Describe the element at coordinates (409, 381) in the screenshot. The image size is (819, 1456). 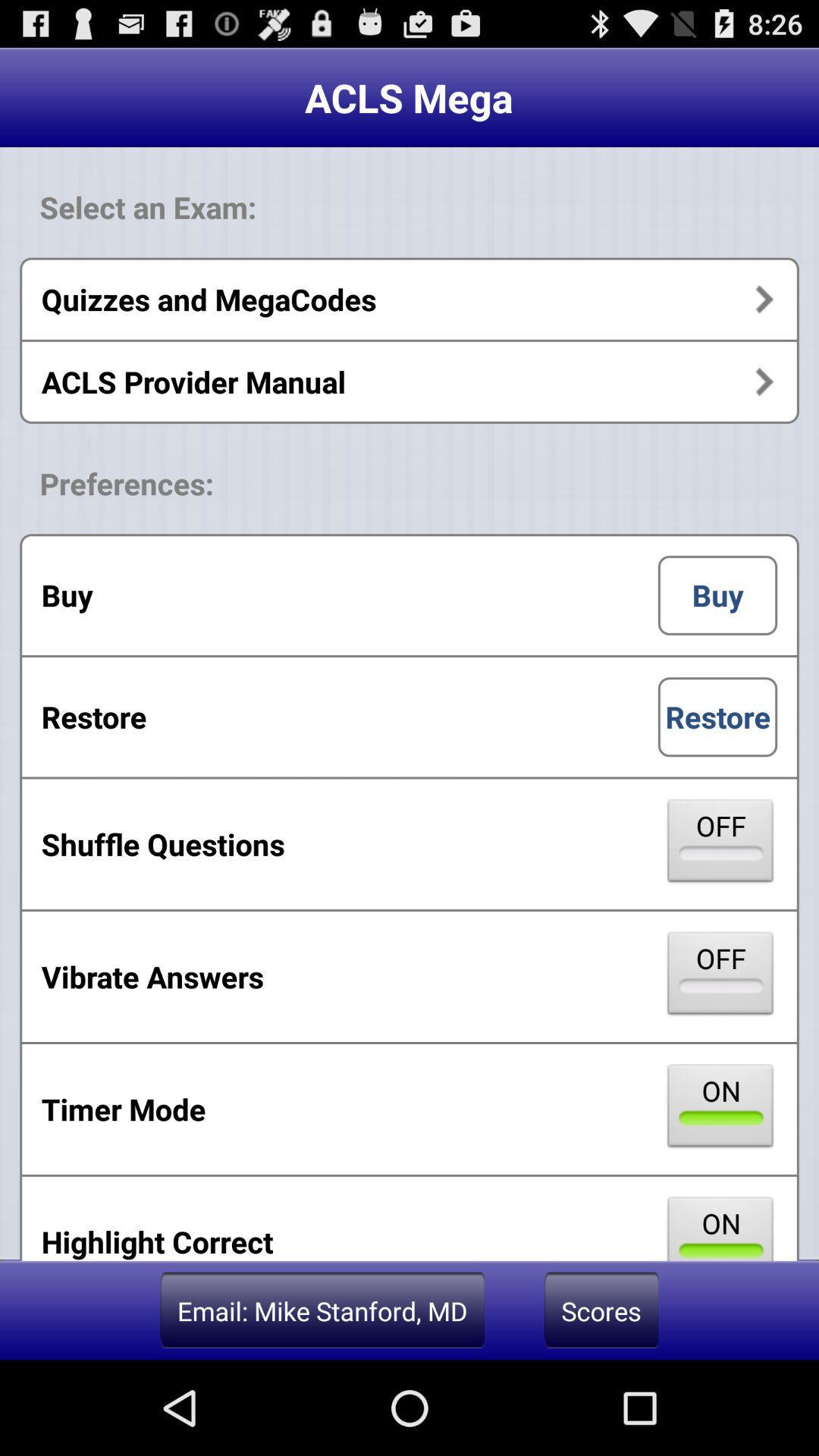
I see `the acls provider manual app` at that location.